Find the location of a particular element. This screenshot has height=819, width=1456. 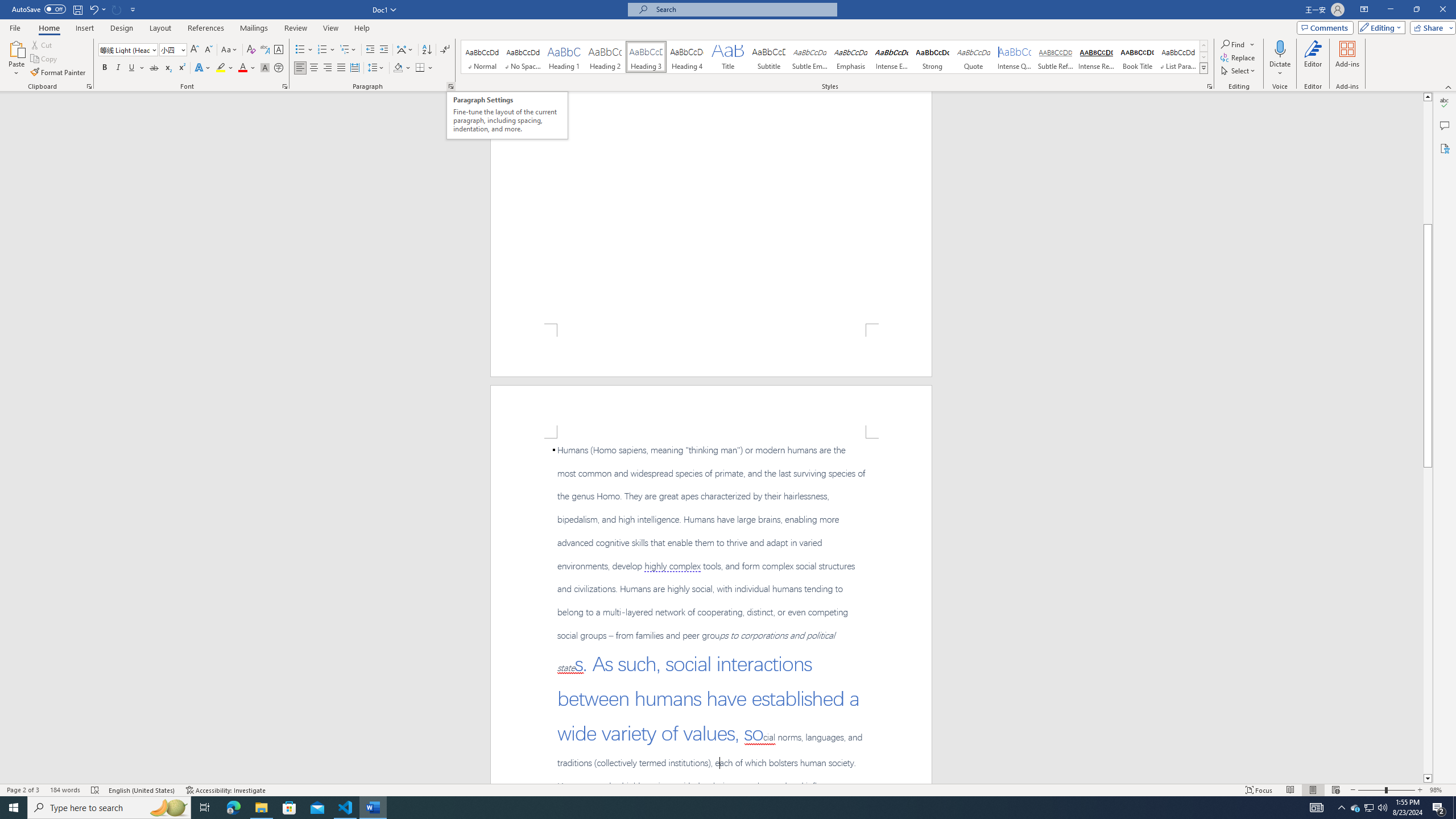

'Font Color' is located at coordinates (246, 67).